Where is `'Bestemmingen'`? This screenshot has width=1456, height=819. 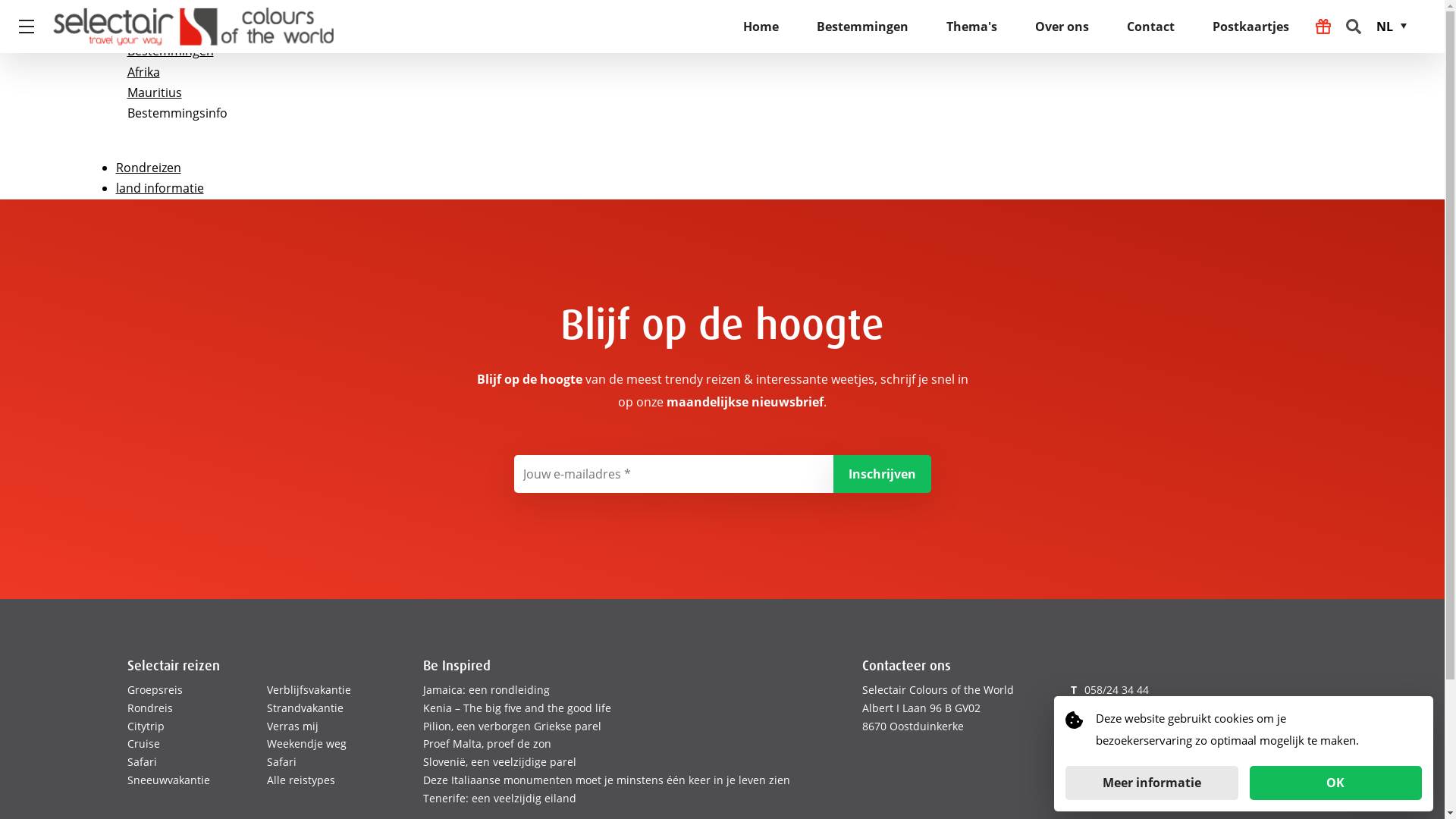
'Bestemmingen' is located at coordinates (862, 26).